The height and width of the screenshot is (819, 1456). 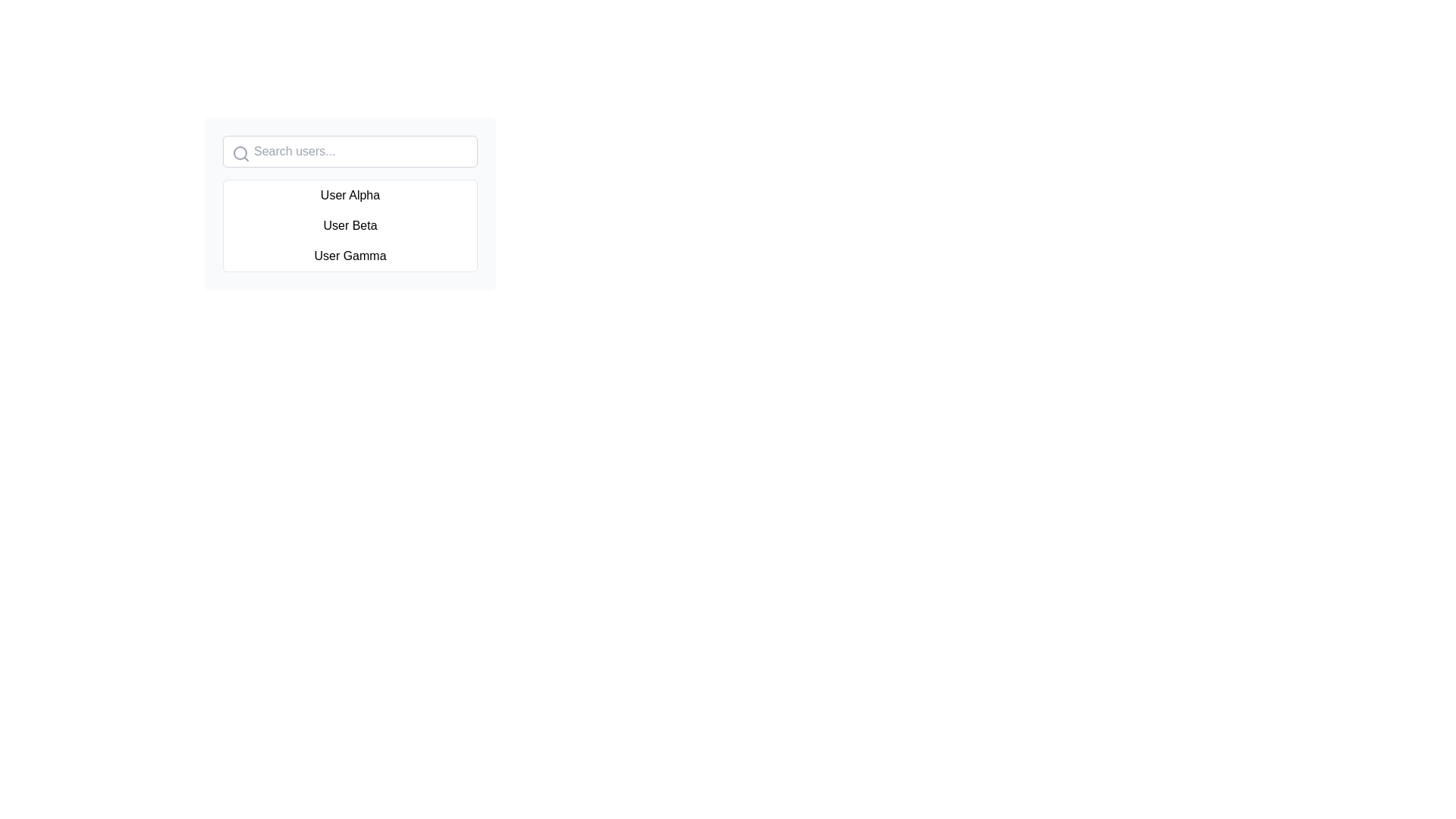 I want to click on the search icon located to the left of the 'Search users...' text input field, which indicates the search functionality, so click(x=240, y=154).